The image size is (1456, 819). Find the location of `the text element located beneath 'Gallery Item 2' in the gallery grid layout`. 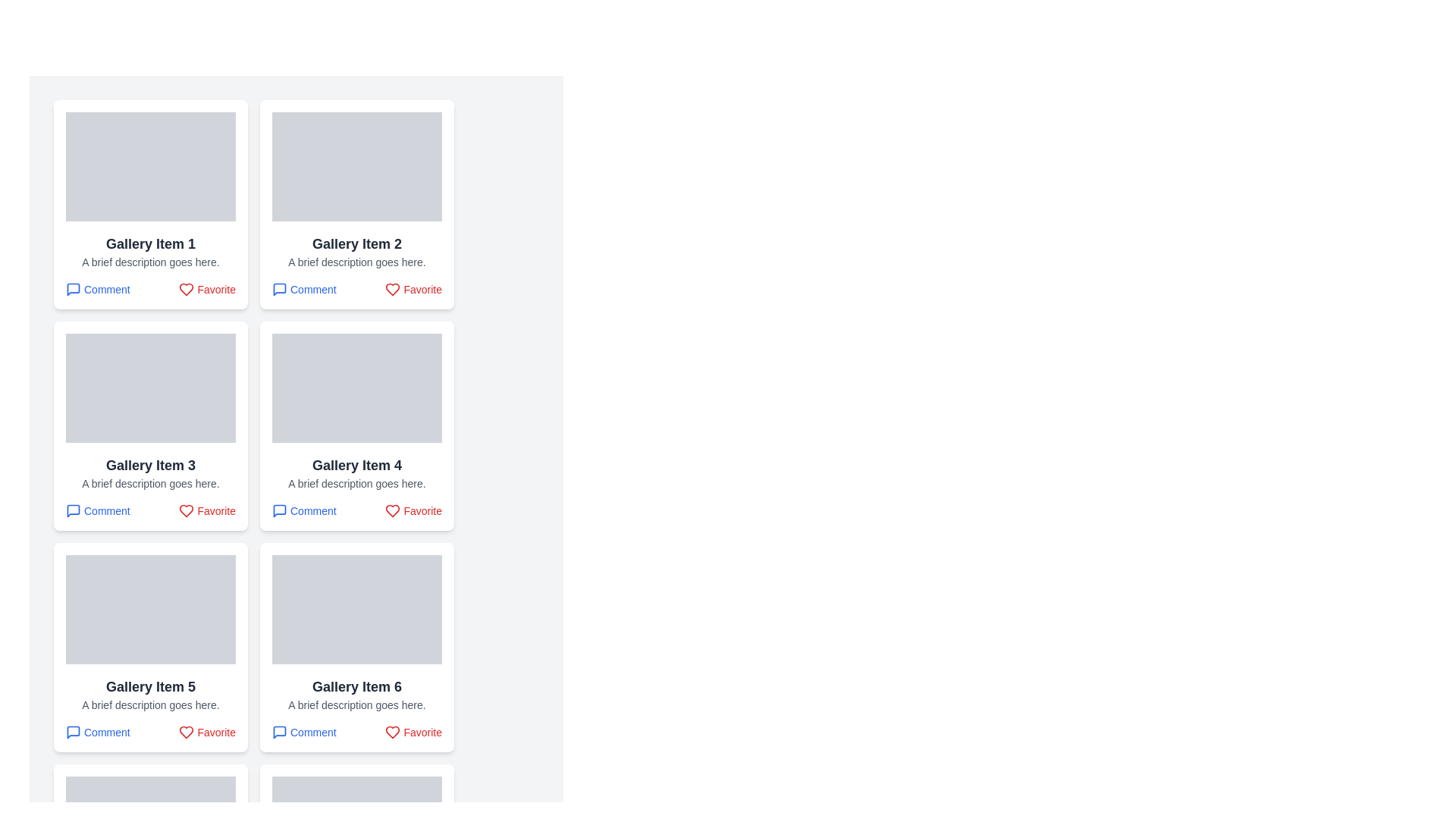

the text element located beneath 'Gallery Item 2' in the gallery grid layout is located at coordinates (356, 262).